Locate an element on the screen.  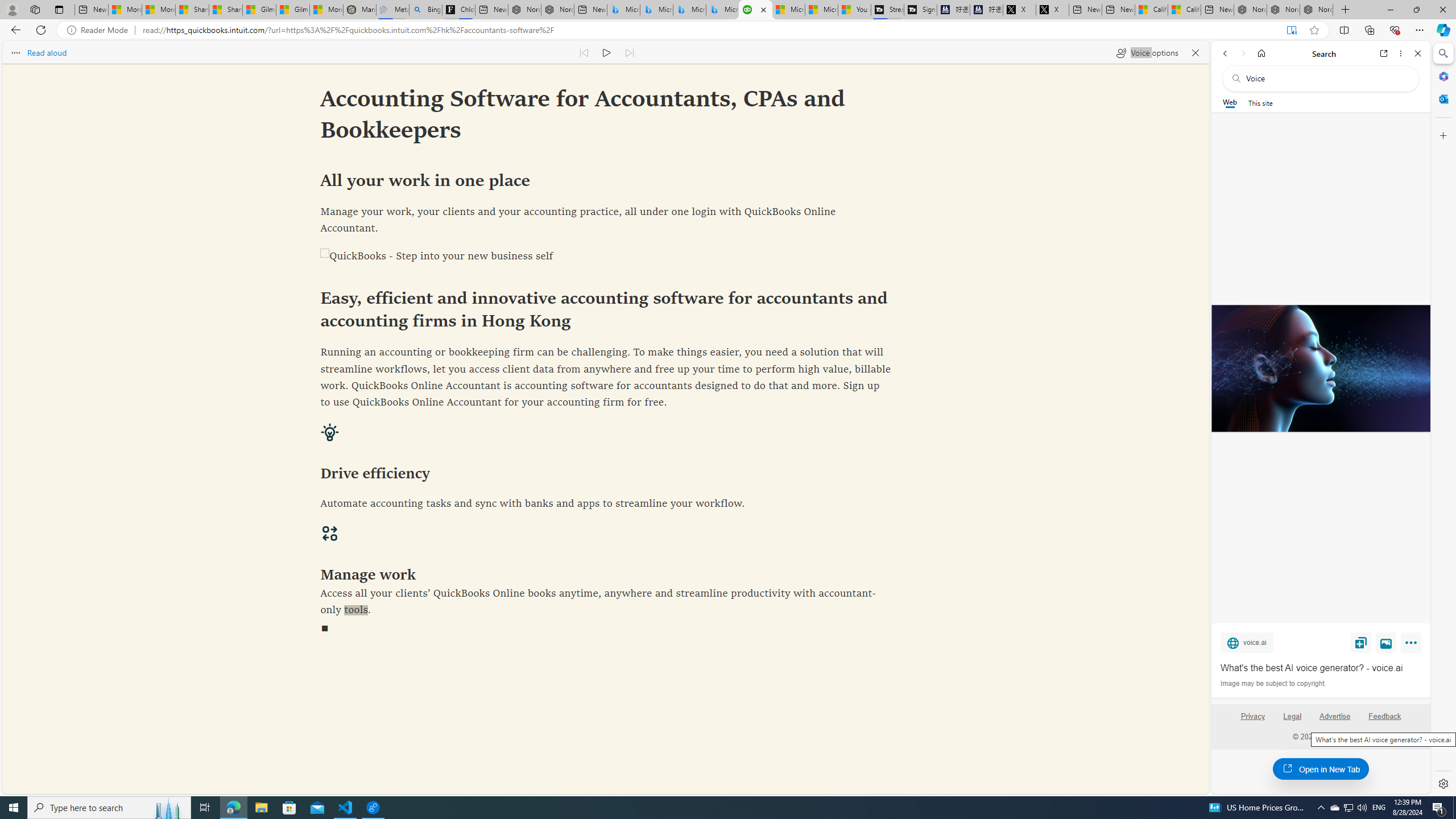
'Image may be subject to copyright.' is located at coordinates (1272, 682).